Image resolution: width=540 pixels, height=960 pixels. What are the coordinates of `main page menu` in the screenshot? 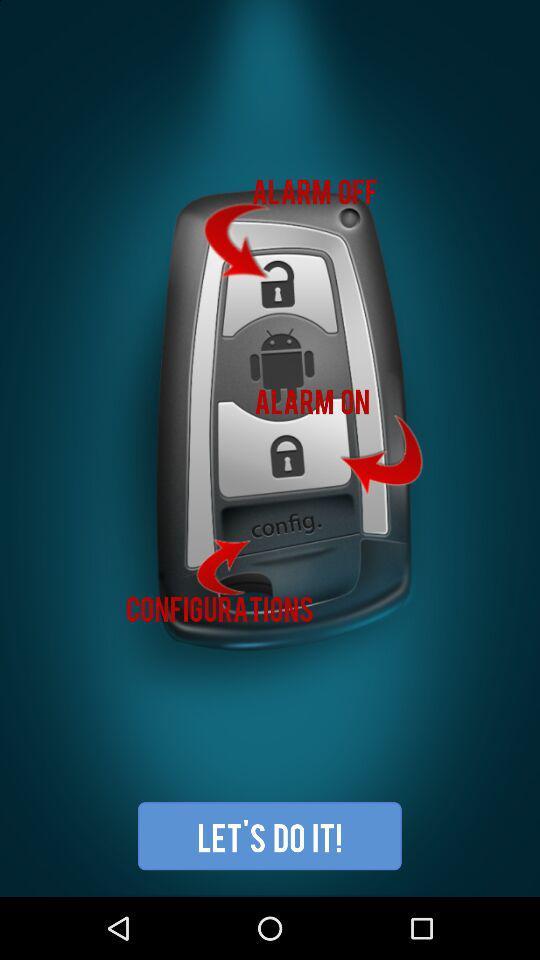 It's located at (270, 448).